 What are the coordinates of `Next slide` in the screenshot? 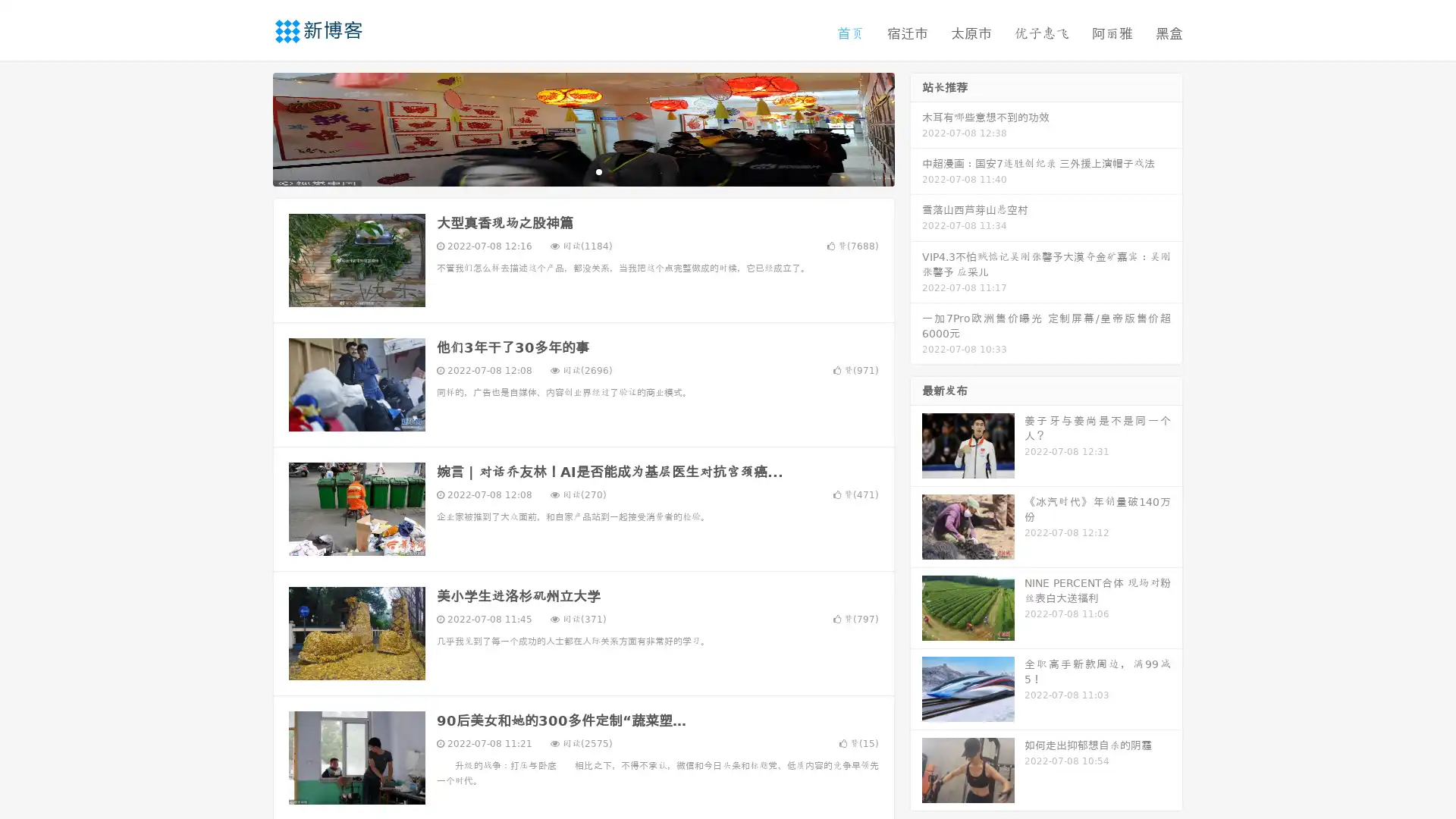 It's located at (916, 127).